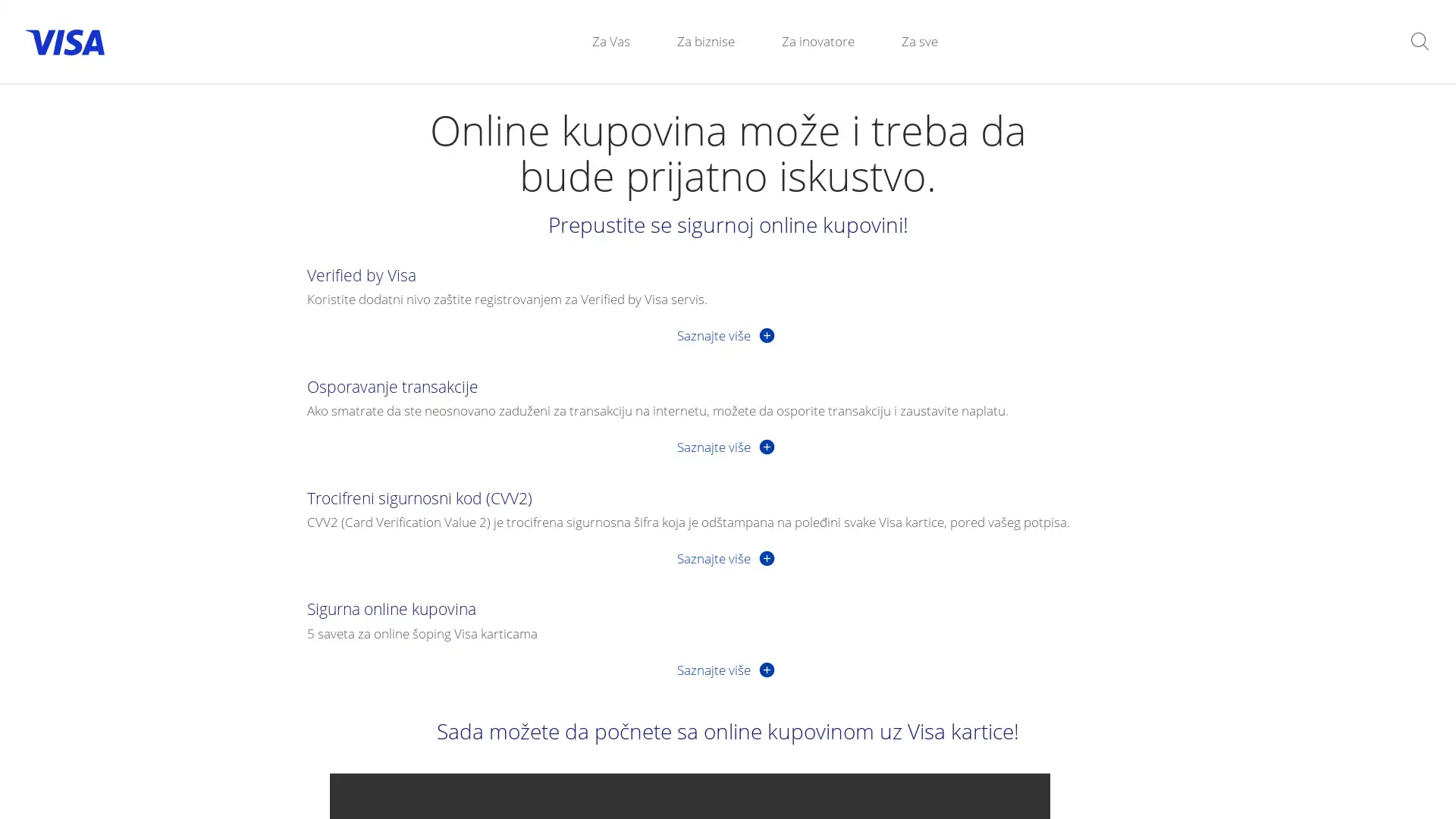 The height and width of the screenshot is (819, 1456). Describe the element at coordinates (1419, 40) in the screenshot. I see `Pretrazite visa.com` at that location.